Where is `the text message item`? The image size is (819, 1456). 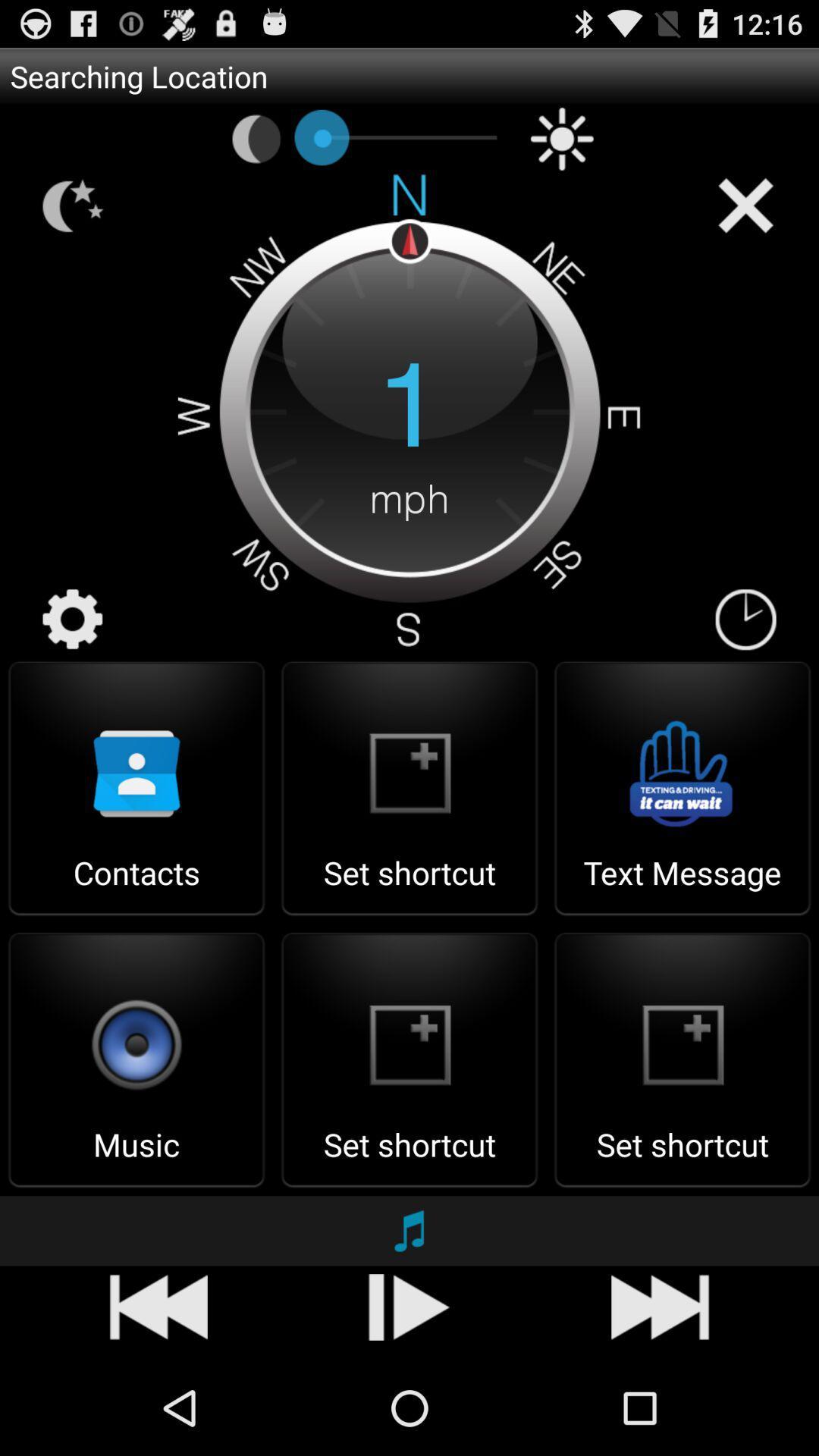 the text message item is located at coordinates (681, 887).